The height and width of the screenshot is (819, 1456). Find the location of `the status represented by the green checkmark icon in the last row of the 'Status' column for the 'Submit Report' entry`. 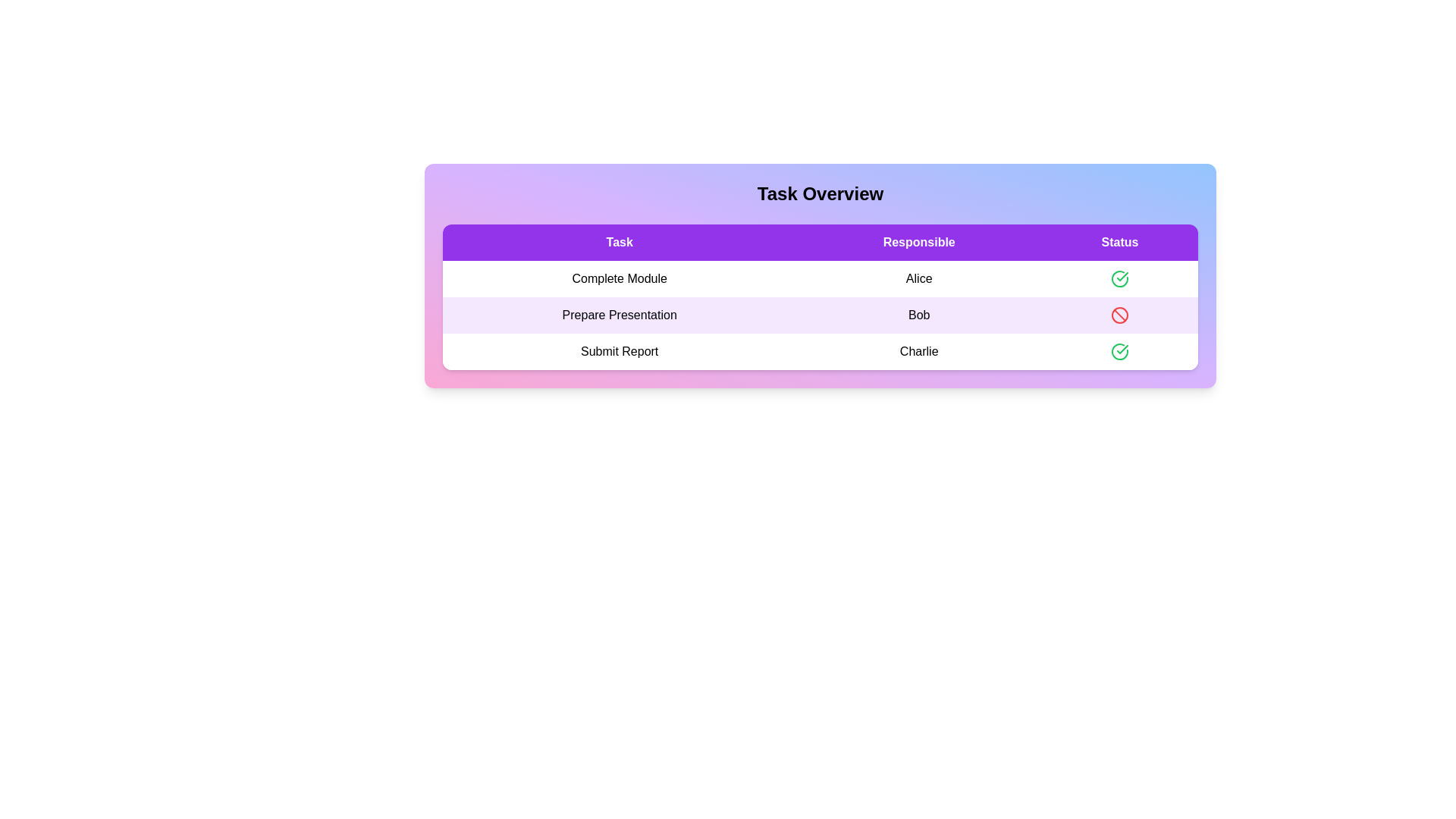

the status represented by the green checkmark icon in the last row of the 'Status' column for the 'Submit Report' entry is located at coordinates (1120, 351).